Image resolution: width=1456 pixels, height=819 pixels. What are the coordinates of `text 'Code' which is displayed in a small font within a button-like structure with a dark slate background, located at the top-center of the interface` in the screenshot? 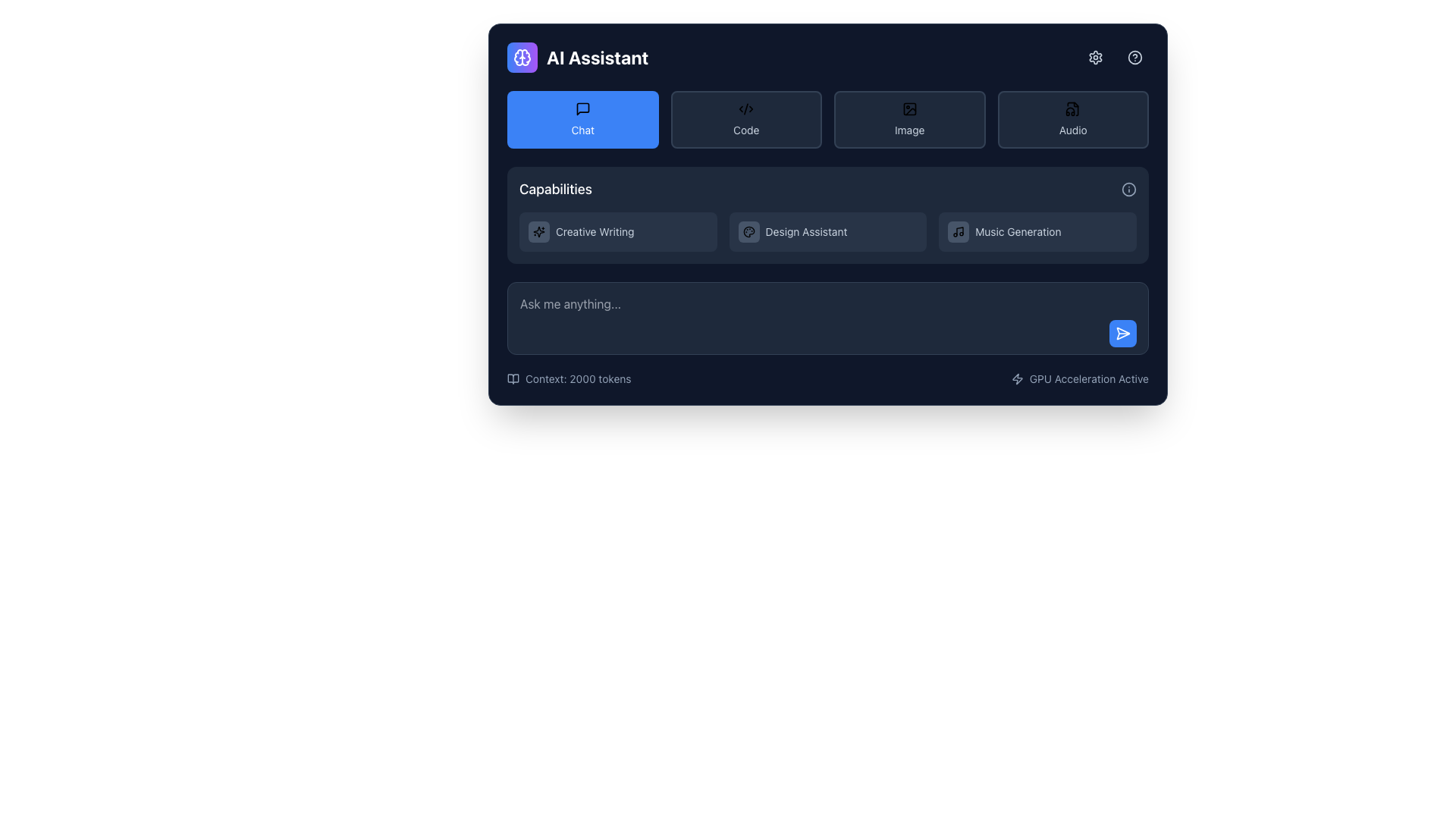 It's located at (746, 130).